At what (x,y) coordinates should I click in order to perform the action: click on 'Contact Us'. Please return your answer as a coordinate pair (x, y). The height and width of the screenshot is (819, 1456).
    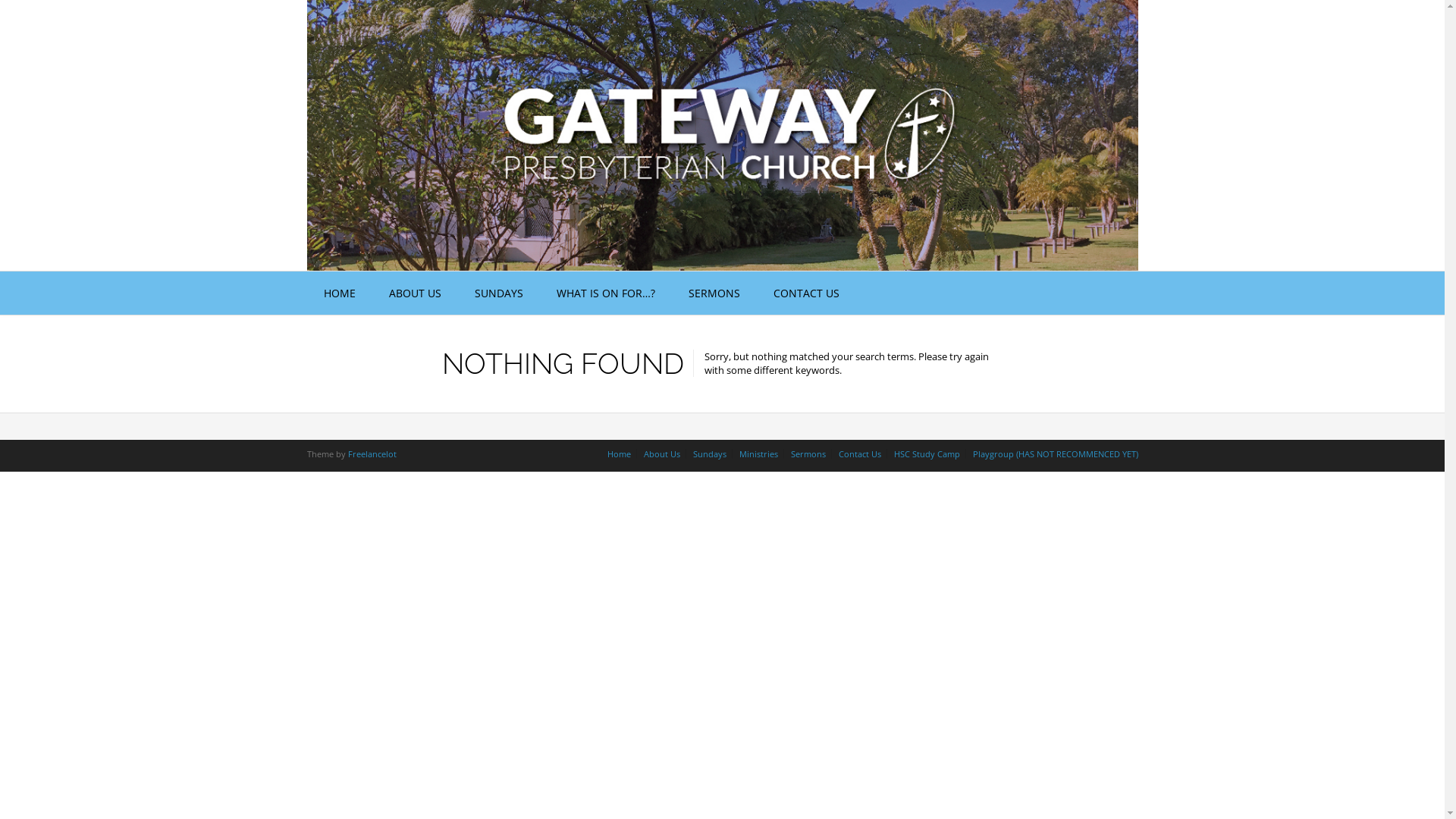
    Looking at the image, I should click on (858, 453).